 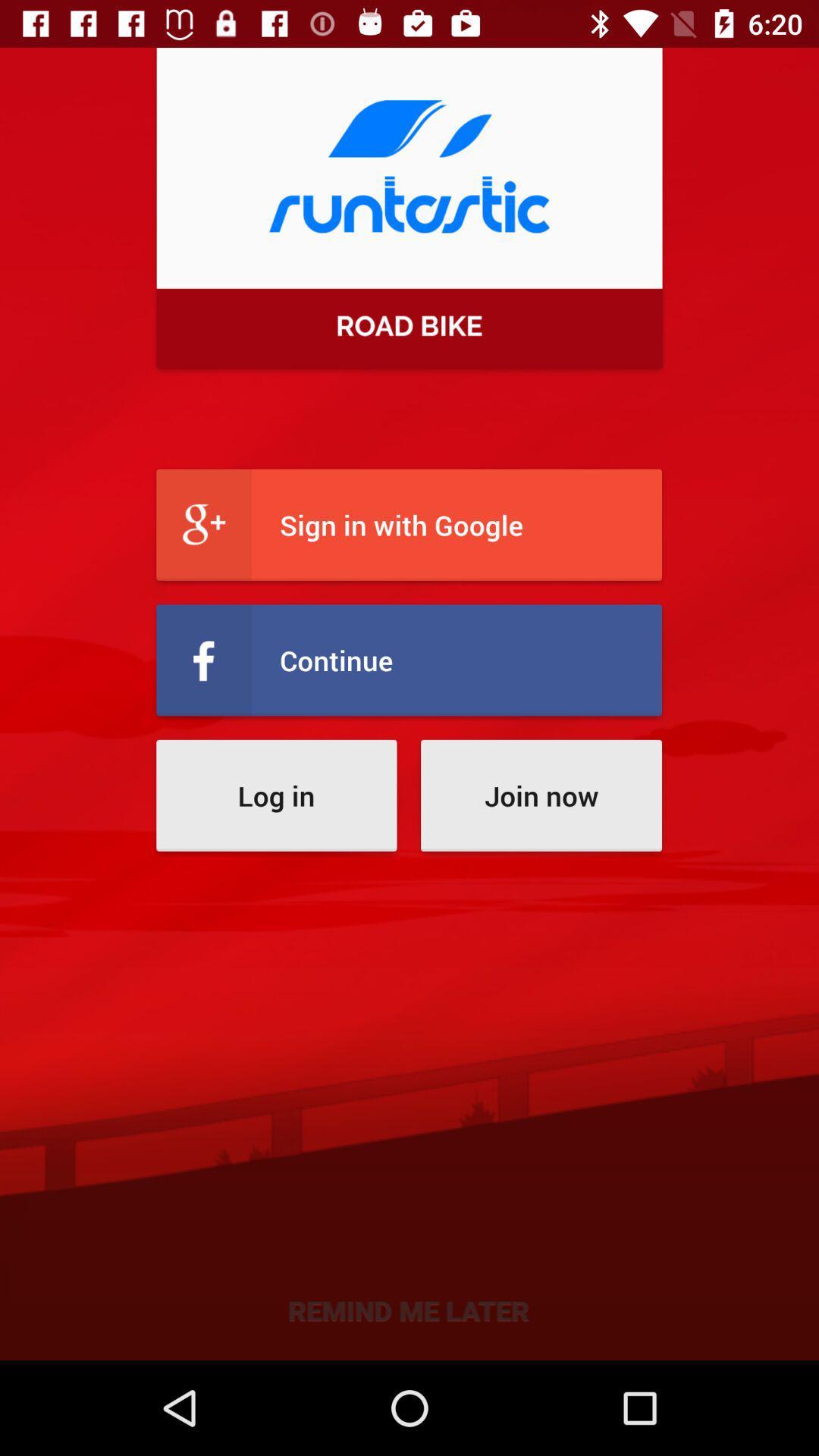 What do you see at coordinates (408, 1309) in the screenshot?
I see `remind me later` at bounding box center [408, 1309].